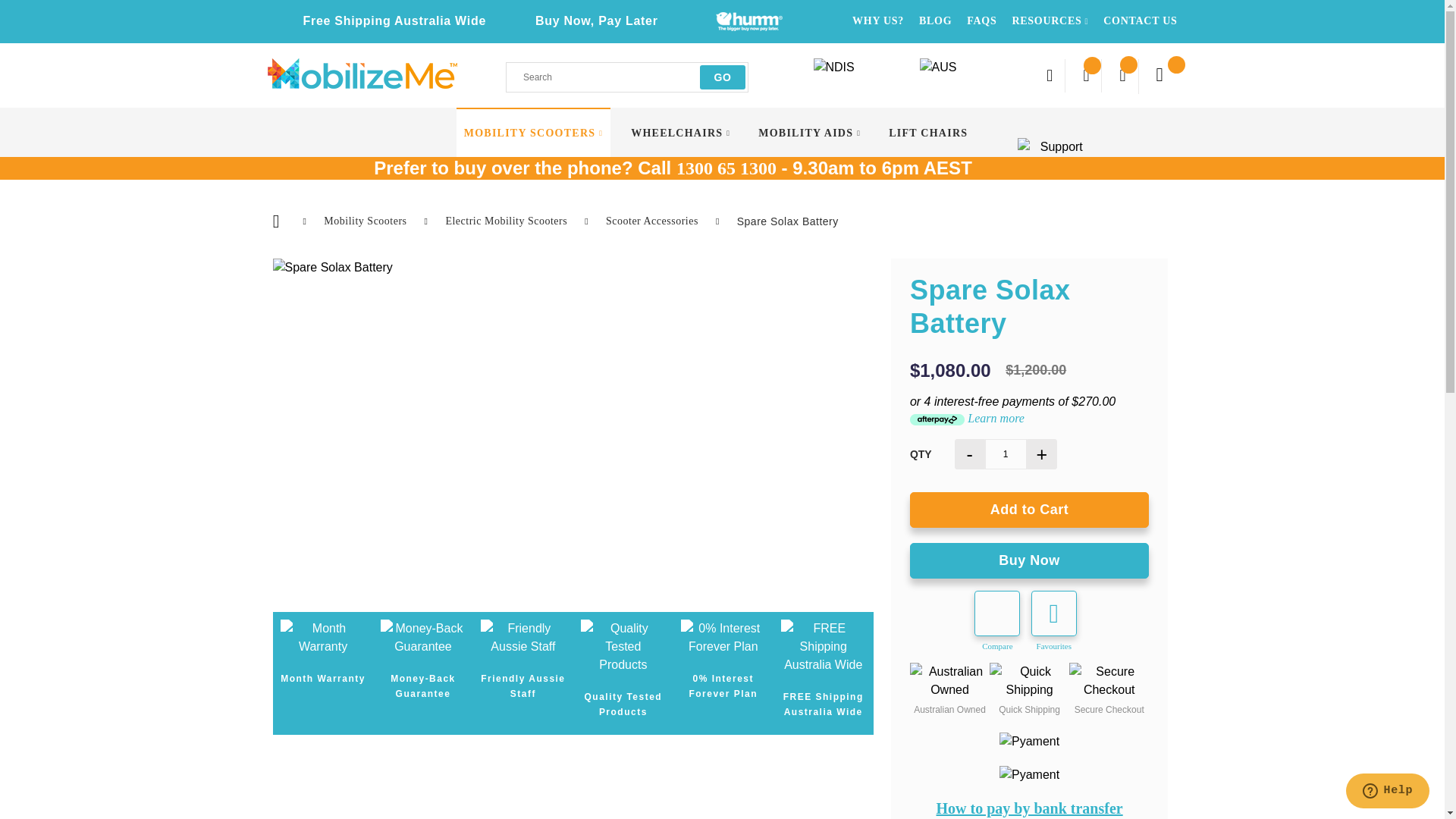 The image size is (1456, 819). I want to click on 'Payment', so click(999, 741).